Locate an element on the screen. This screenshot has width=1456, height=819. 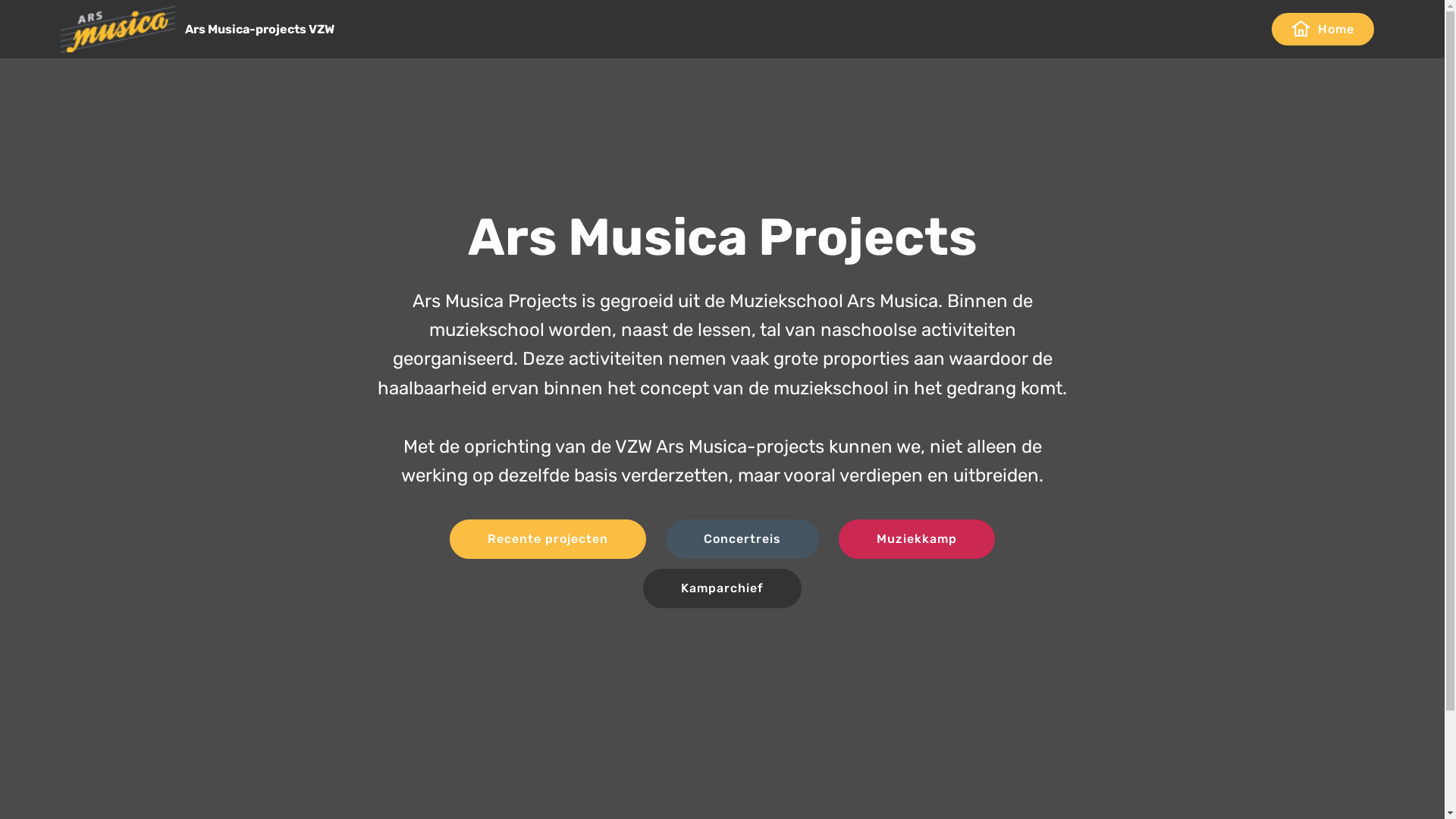
'Home' is located at coordinates (1271, 29).